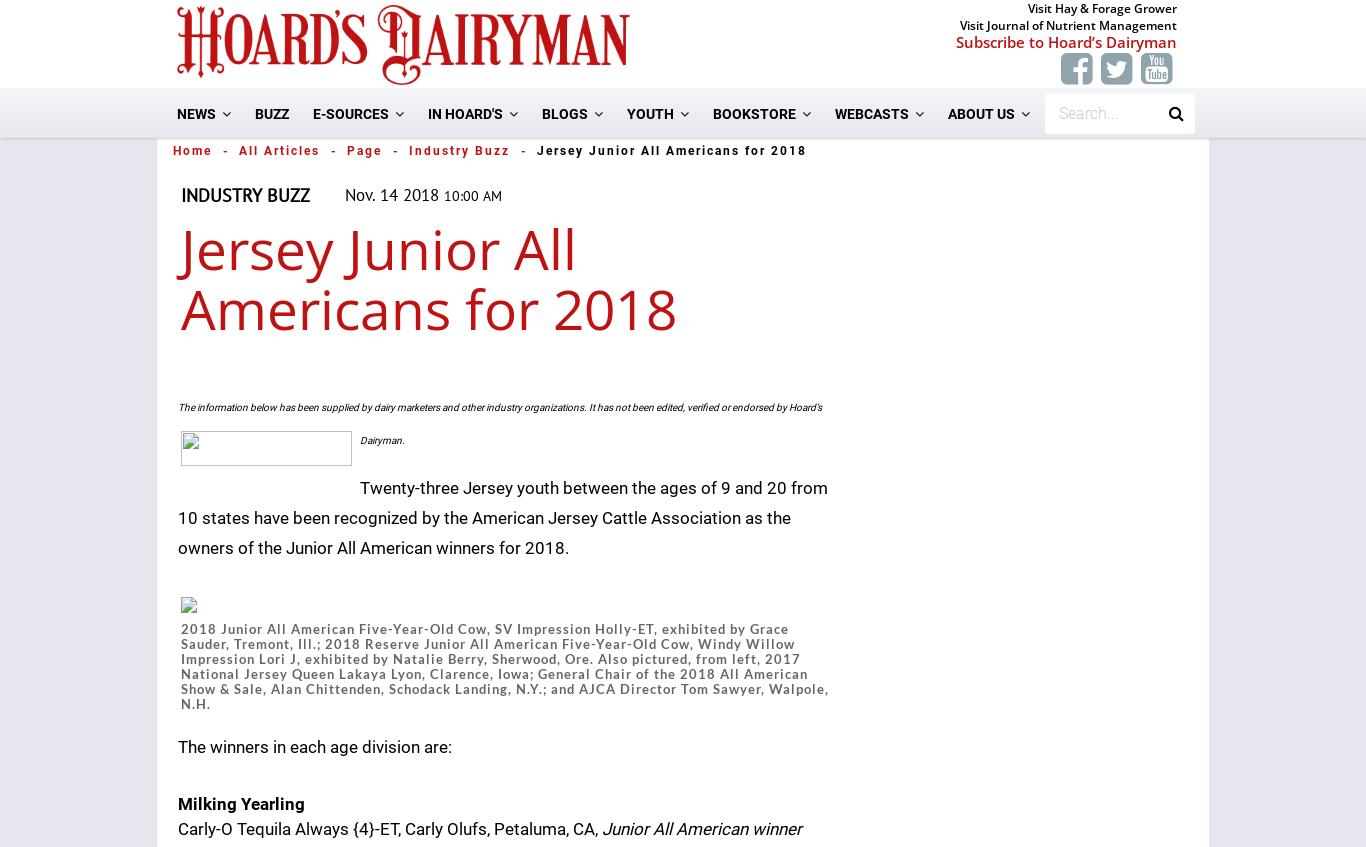  I want to click on 'Farm Blog', so click(600, 213).